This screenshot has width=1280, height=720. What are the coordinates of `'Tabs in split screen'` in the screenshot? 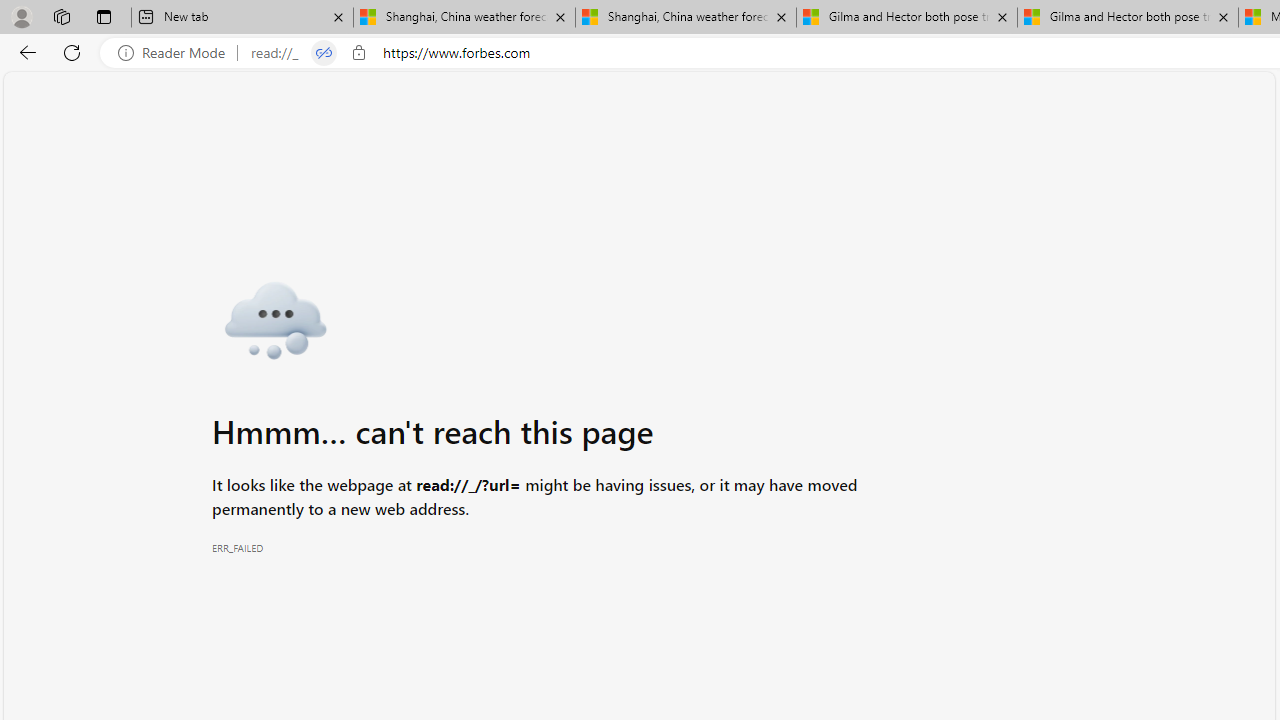 It's located at (323, 52).